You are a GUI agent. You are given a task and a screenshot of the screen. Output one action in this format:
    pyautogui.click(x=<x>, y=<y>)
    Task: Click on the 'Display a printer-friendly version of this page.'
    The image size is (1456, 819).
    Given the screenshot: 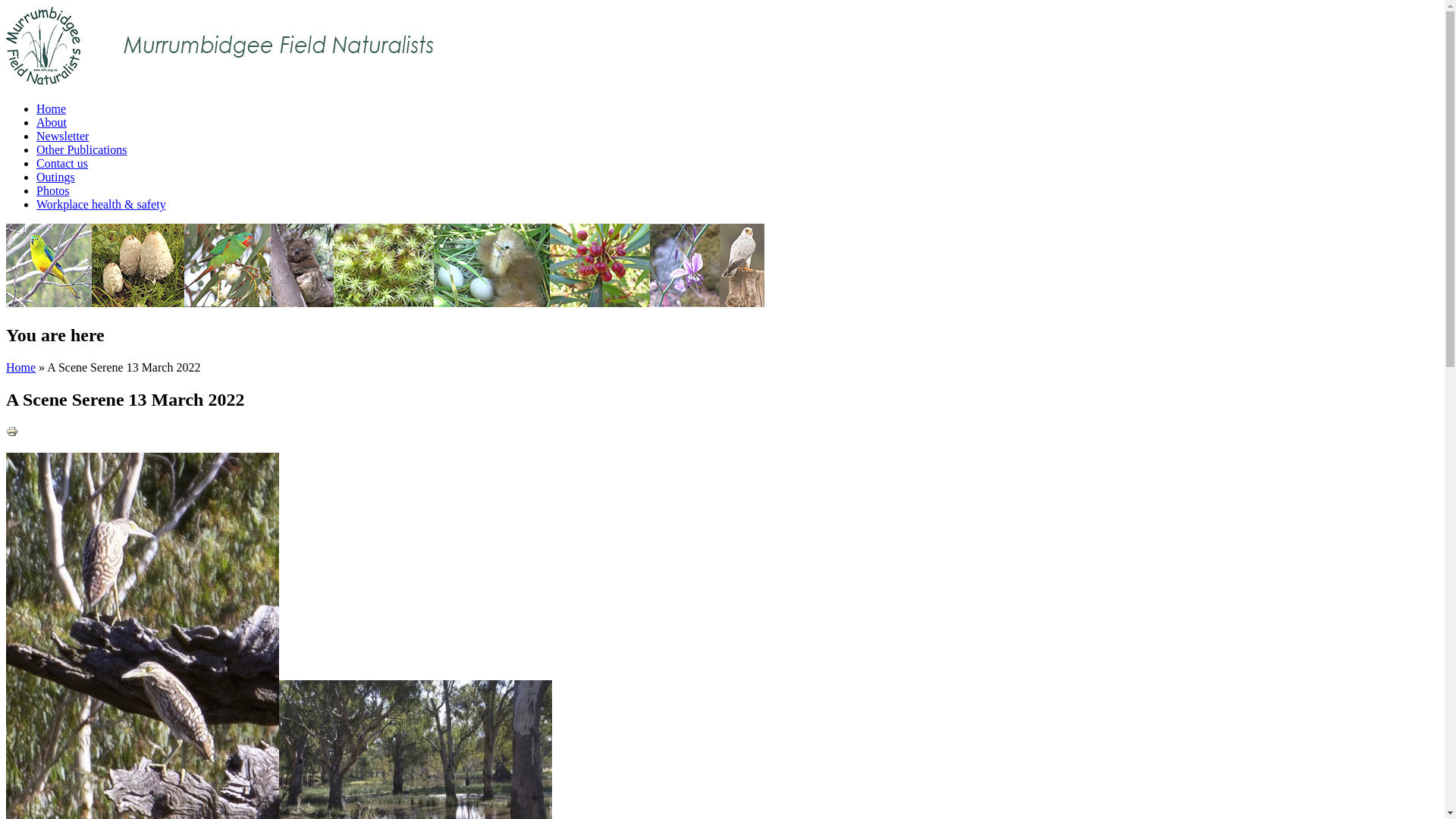 What is the action you would take?
    pyautogui.click(x=6, y=433)
    